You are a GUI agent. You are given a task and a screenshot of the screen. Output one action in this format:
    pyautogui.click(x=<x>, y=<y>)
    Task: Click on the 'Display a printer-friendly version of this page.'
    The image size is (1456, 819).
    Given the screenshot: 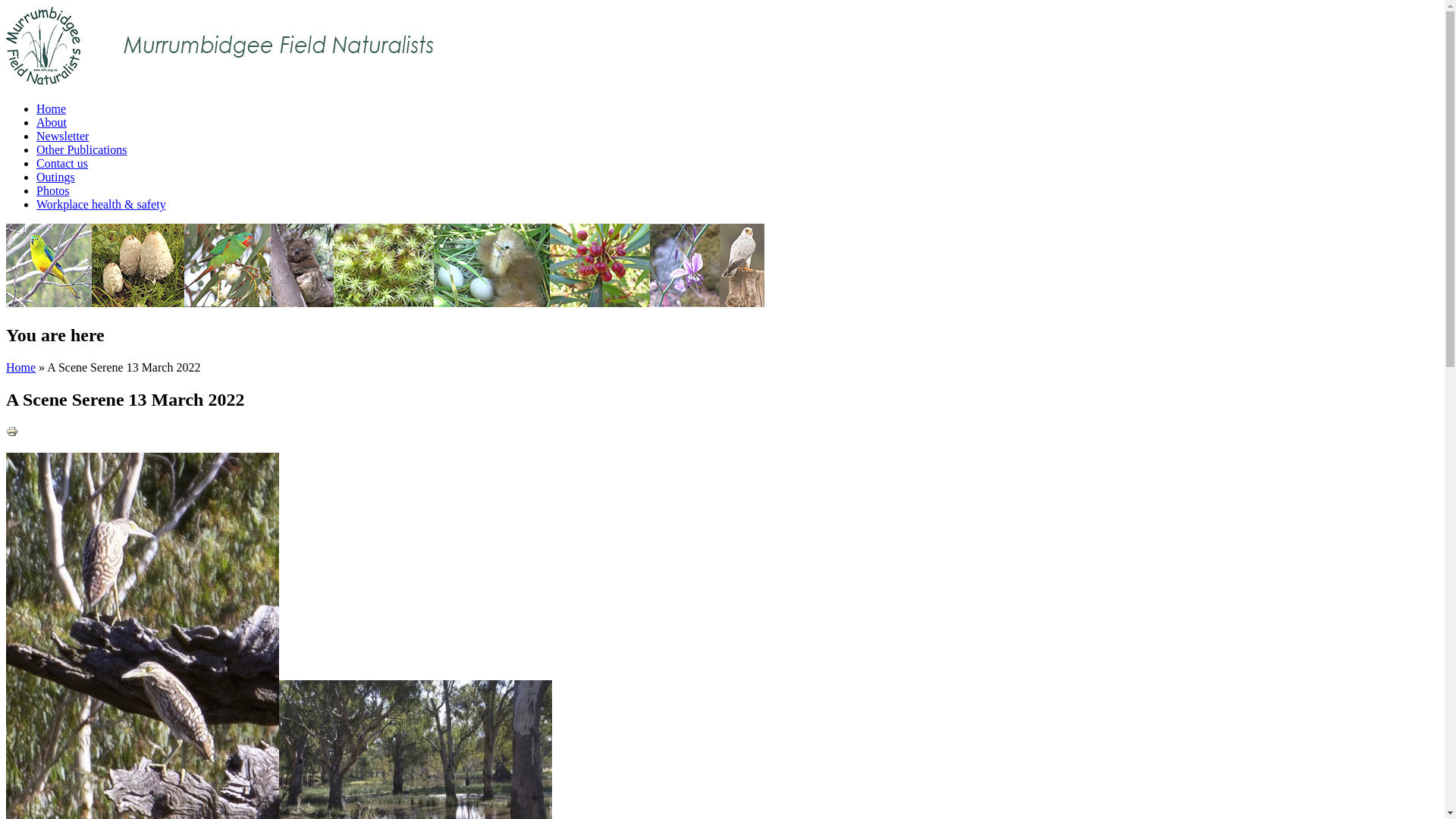 What is the action you would take?
    pyautogui.click(x=6, y=433)
    